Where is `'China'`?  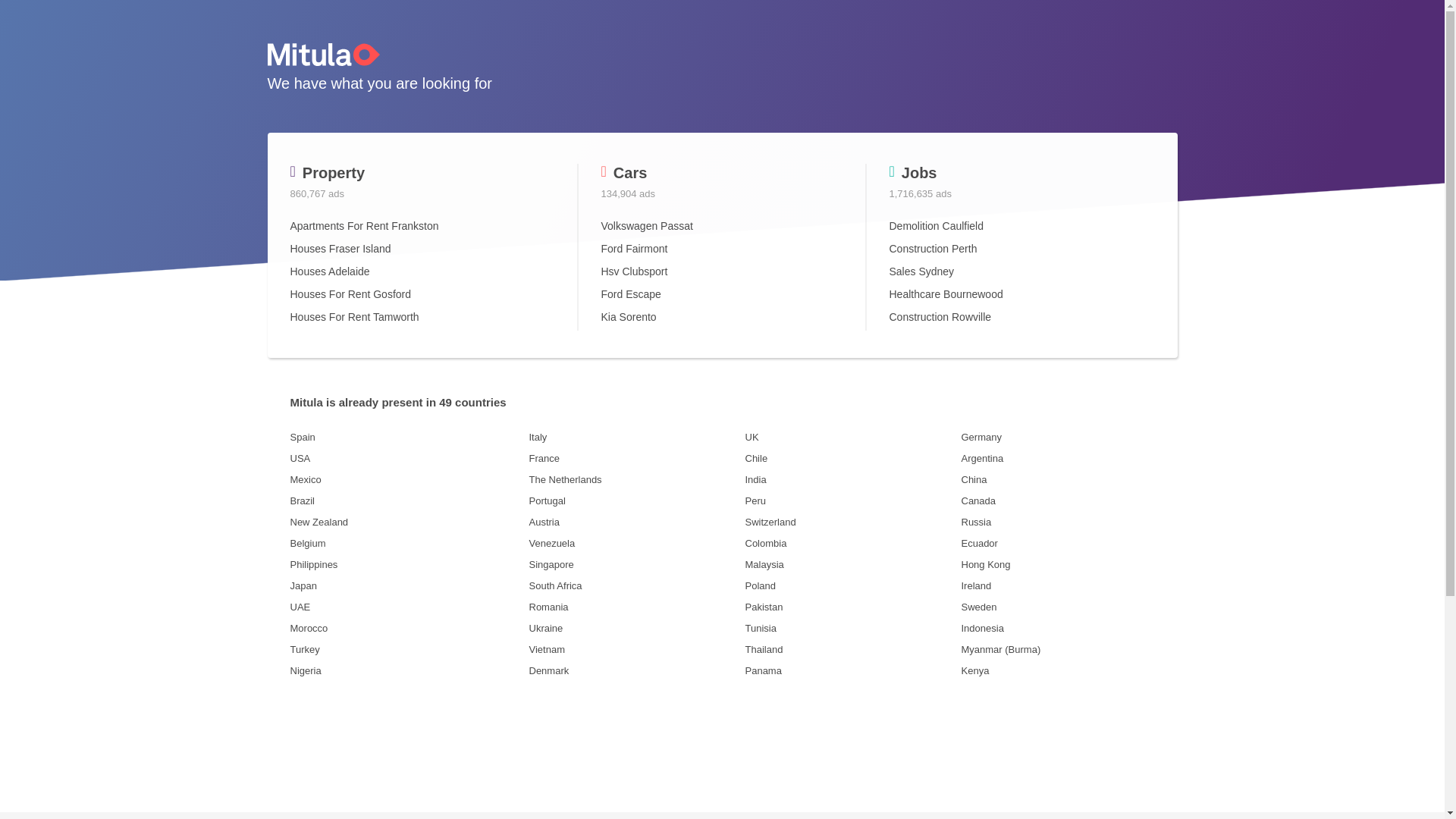 'China' is located at coordinates (960, 479).